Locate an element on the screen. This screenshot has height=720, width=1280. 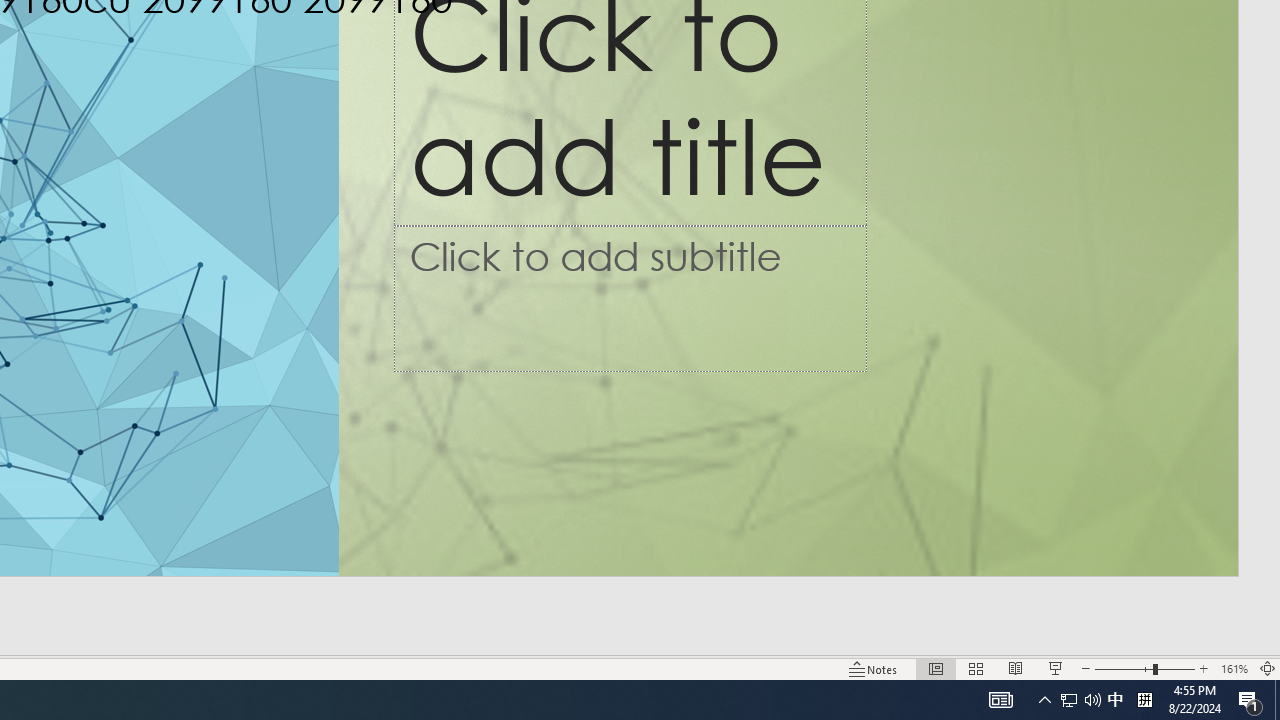
'Zoom 161%' is located at coordinates (1233, 669).